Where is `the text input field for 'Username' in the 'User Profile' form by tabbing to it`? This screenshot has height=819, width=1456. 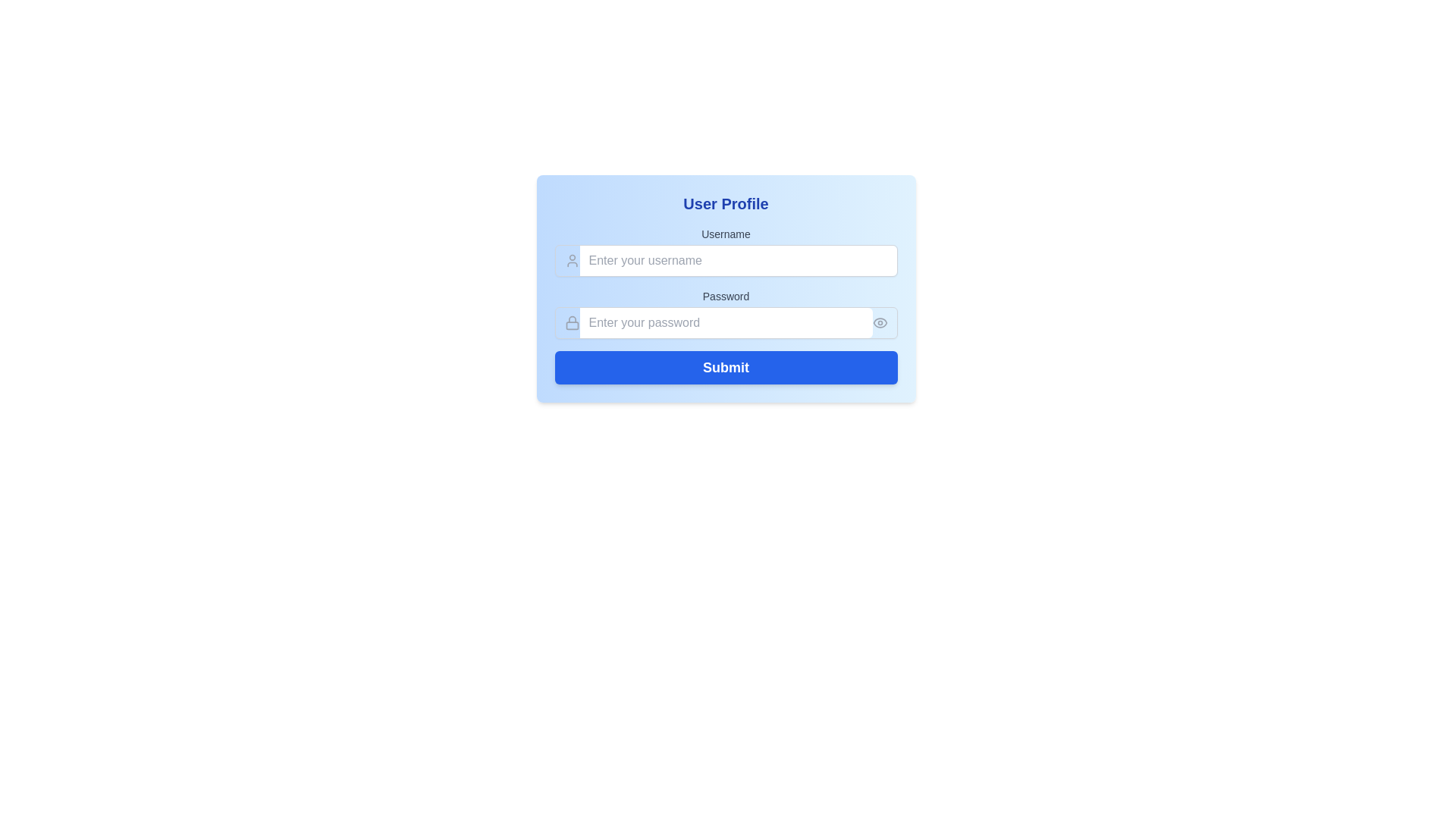 the text input field for 'Username' in the 'User Profile' form by tabbing to it is located at coordinates (738, 259).